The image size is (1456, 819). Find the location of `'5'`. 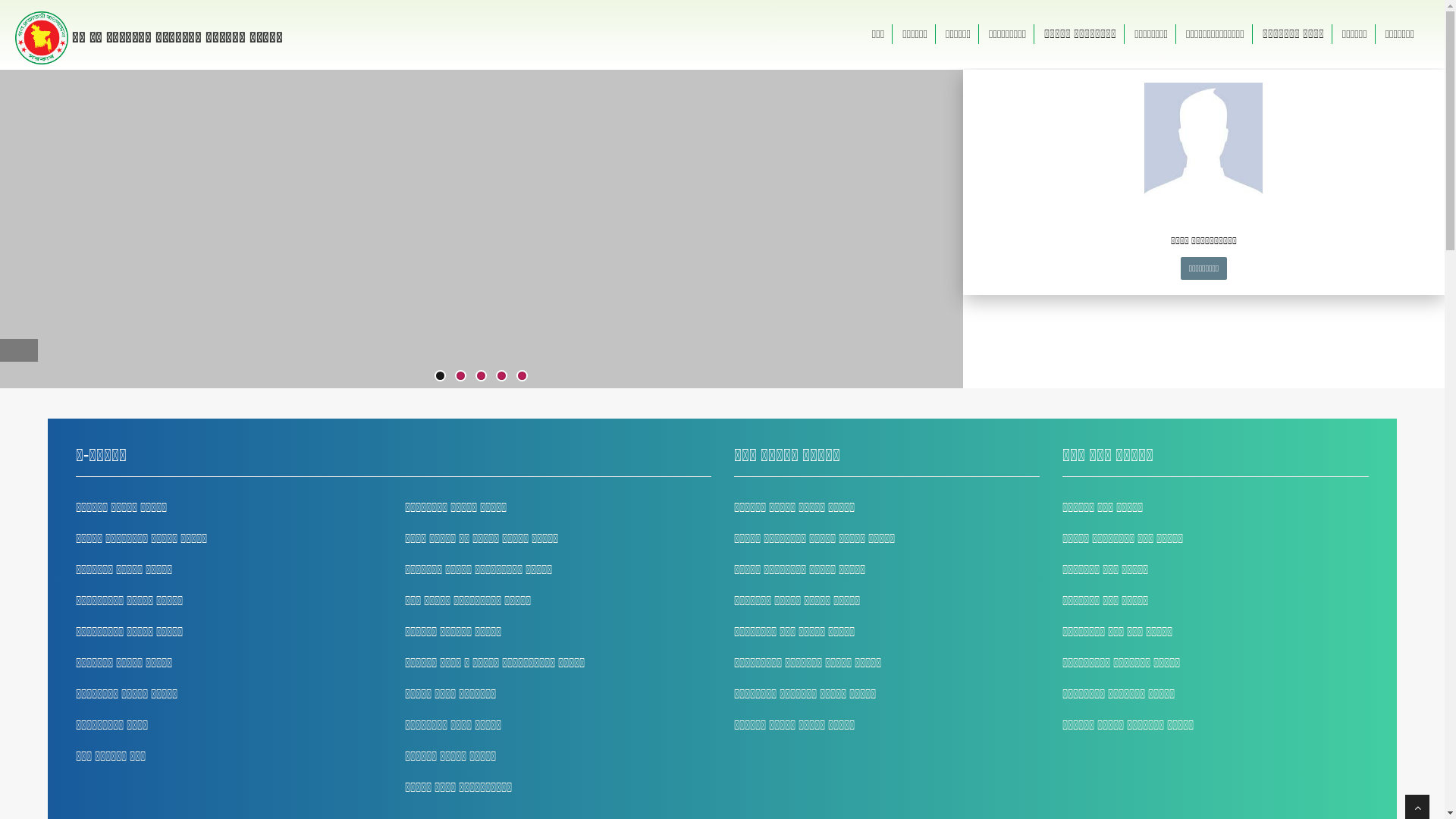

'5' is located at coordinates (522, 375).